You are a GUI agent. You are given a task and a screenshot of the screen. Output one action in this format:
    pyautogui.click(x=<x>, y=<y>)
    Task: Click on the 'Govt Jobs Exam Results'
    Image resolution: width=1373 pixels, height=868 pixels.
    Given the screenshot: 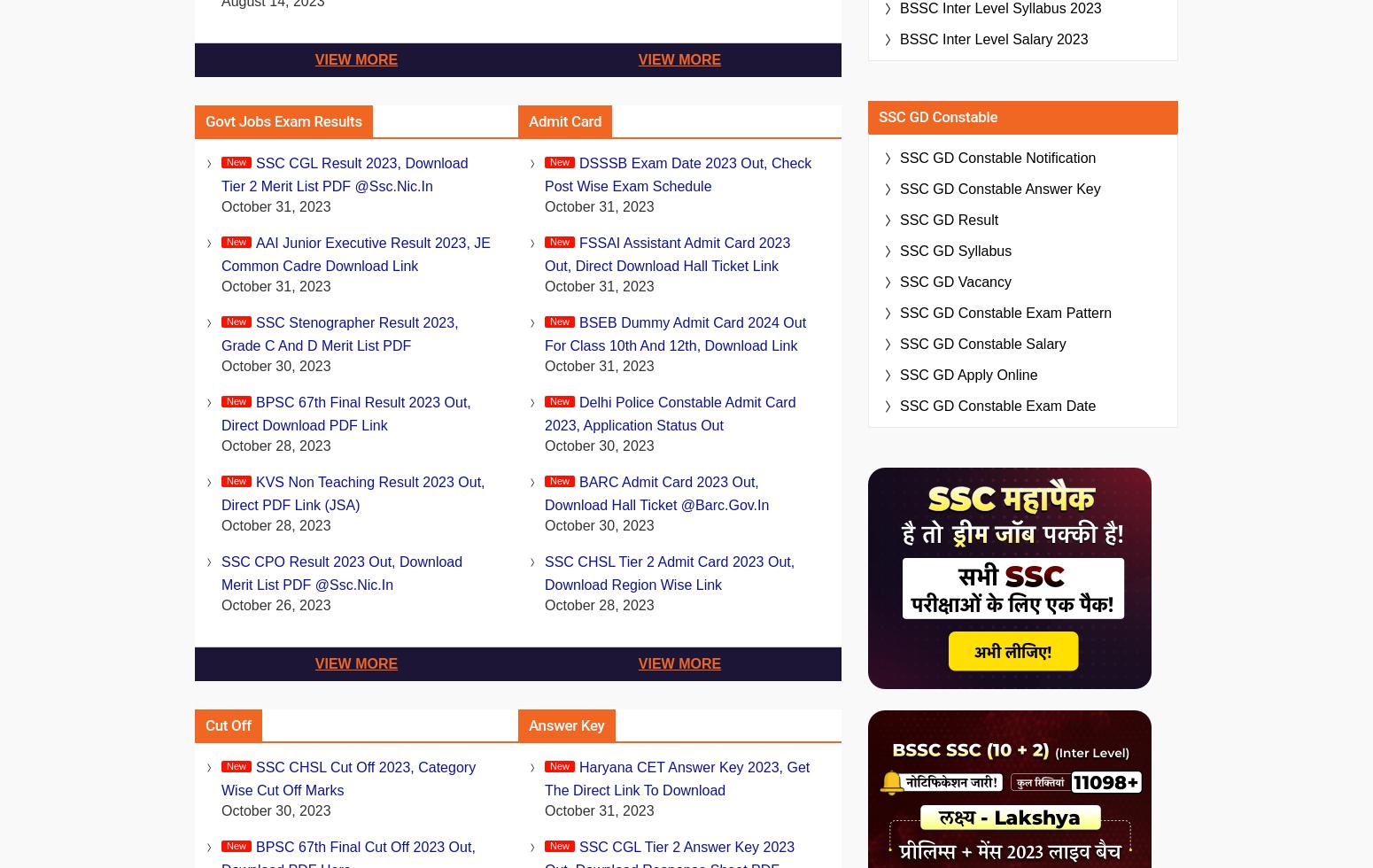 What is the action you would take?
    pyautogui.click(x=283, y=121)
    